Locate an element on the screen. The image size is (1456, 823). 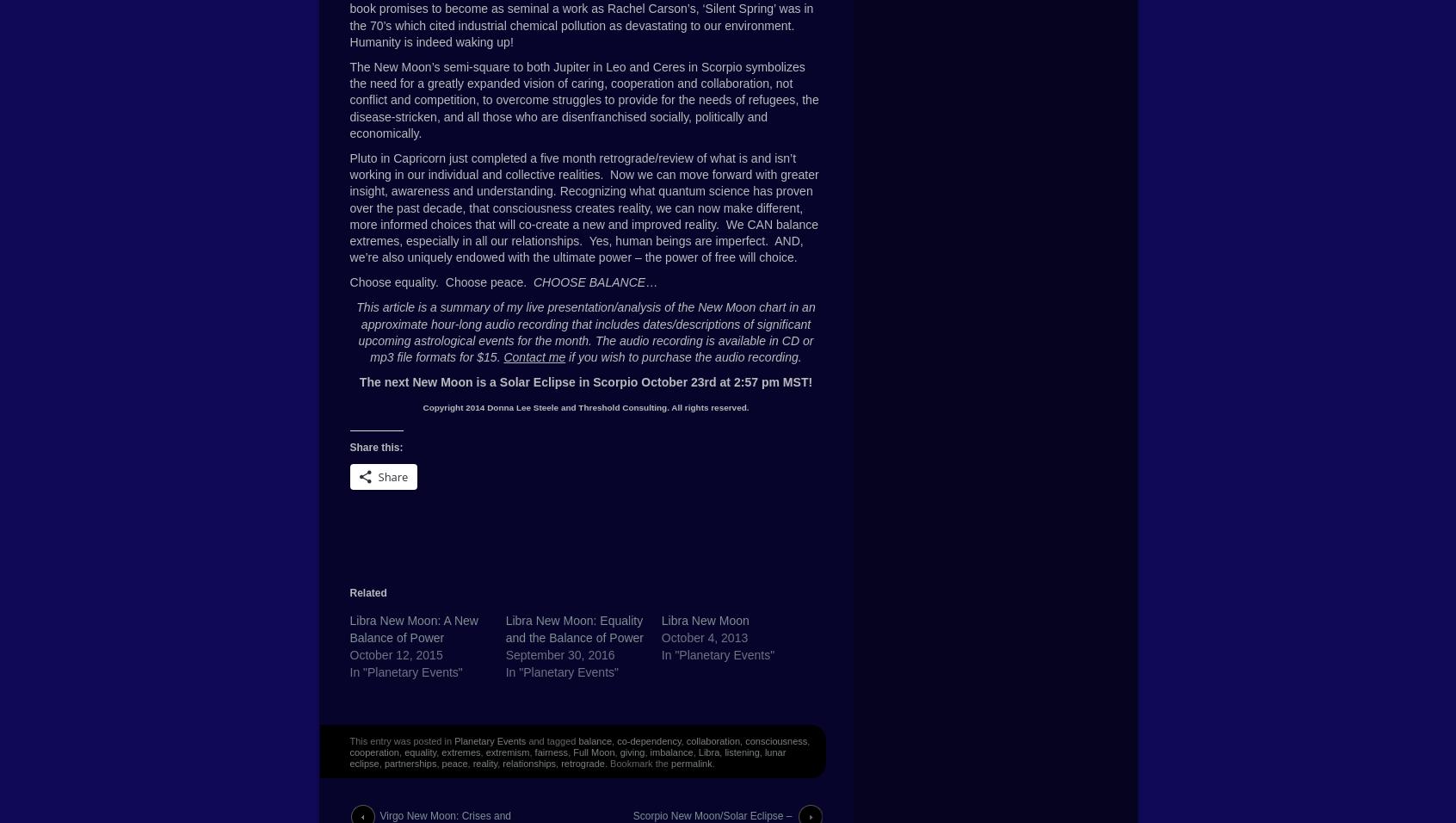
'partnerships' is located at coordinates (409, 763).